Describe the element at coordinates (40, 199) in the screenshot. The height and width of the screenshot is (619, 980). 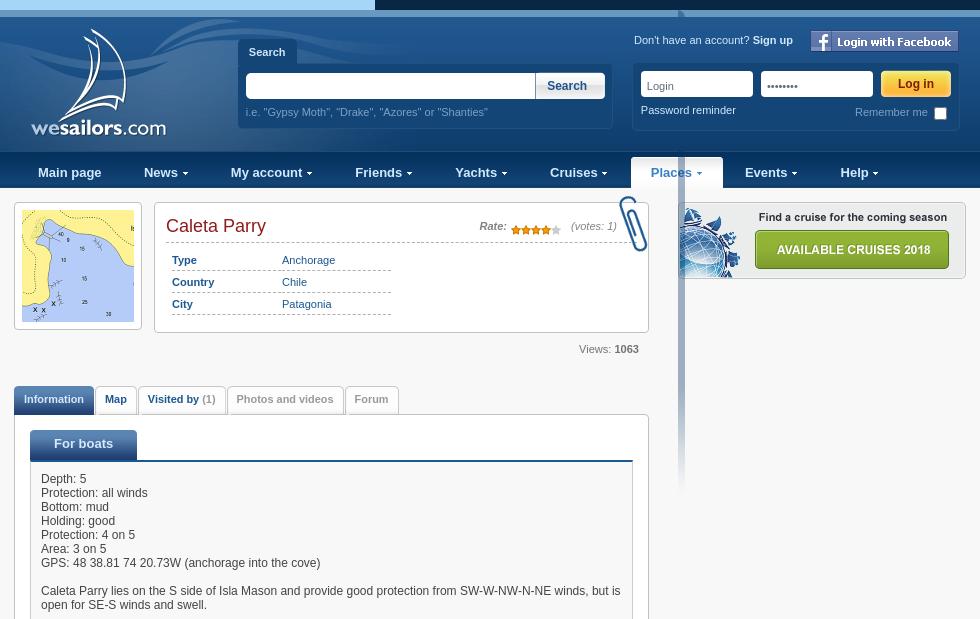
I see `'My wall'` at that location.